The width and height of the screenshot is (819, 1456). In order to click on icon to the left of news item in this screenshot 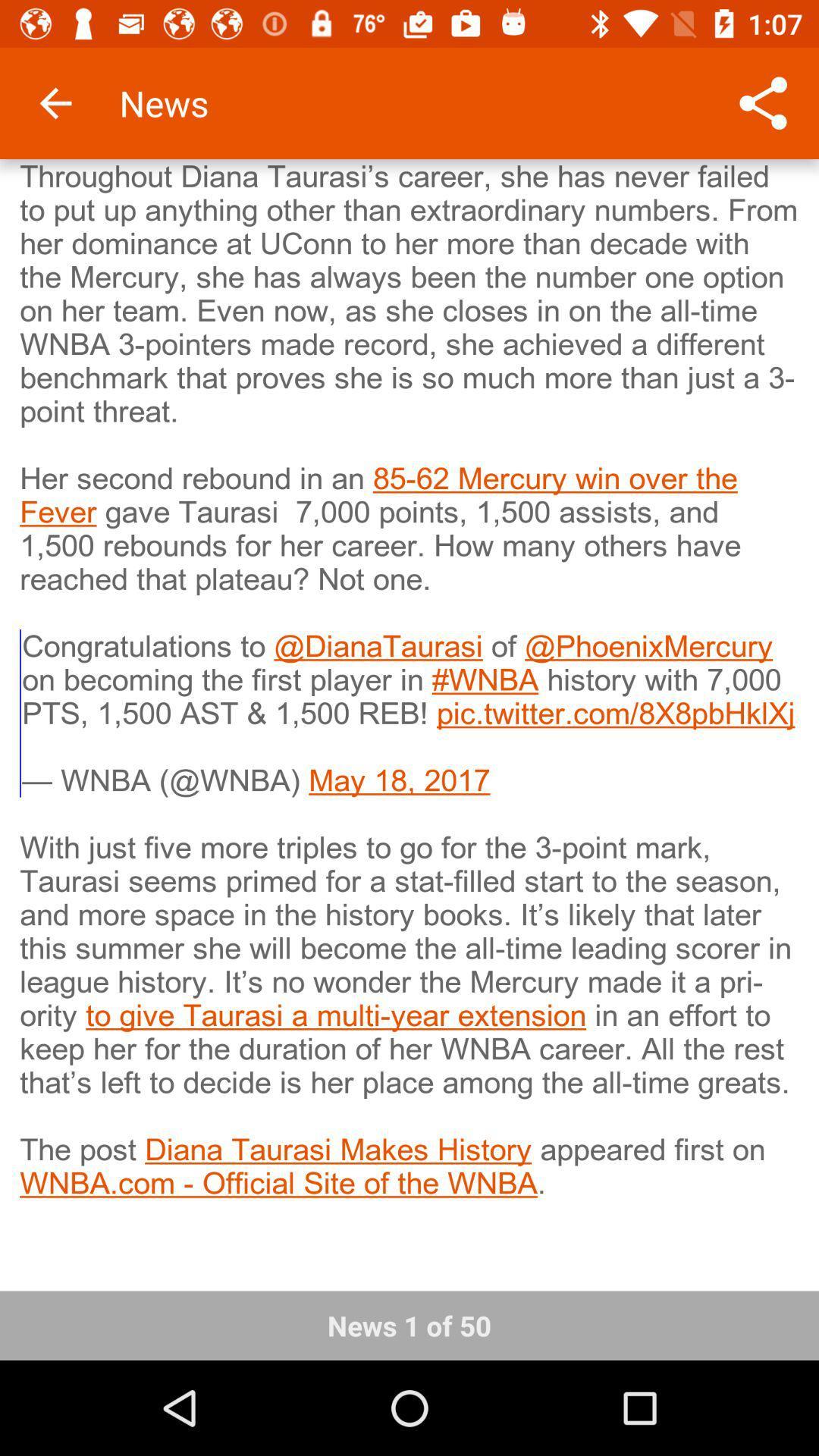, I will do `click(55, 102)`.